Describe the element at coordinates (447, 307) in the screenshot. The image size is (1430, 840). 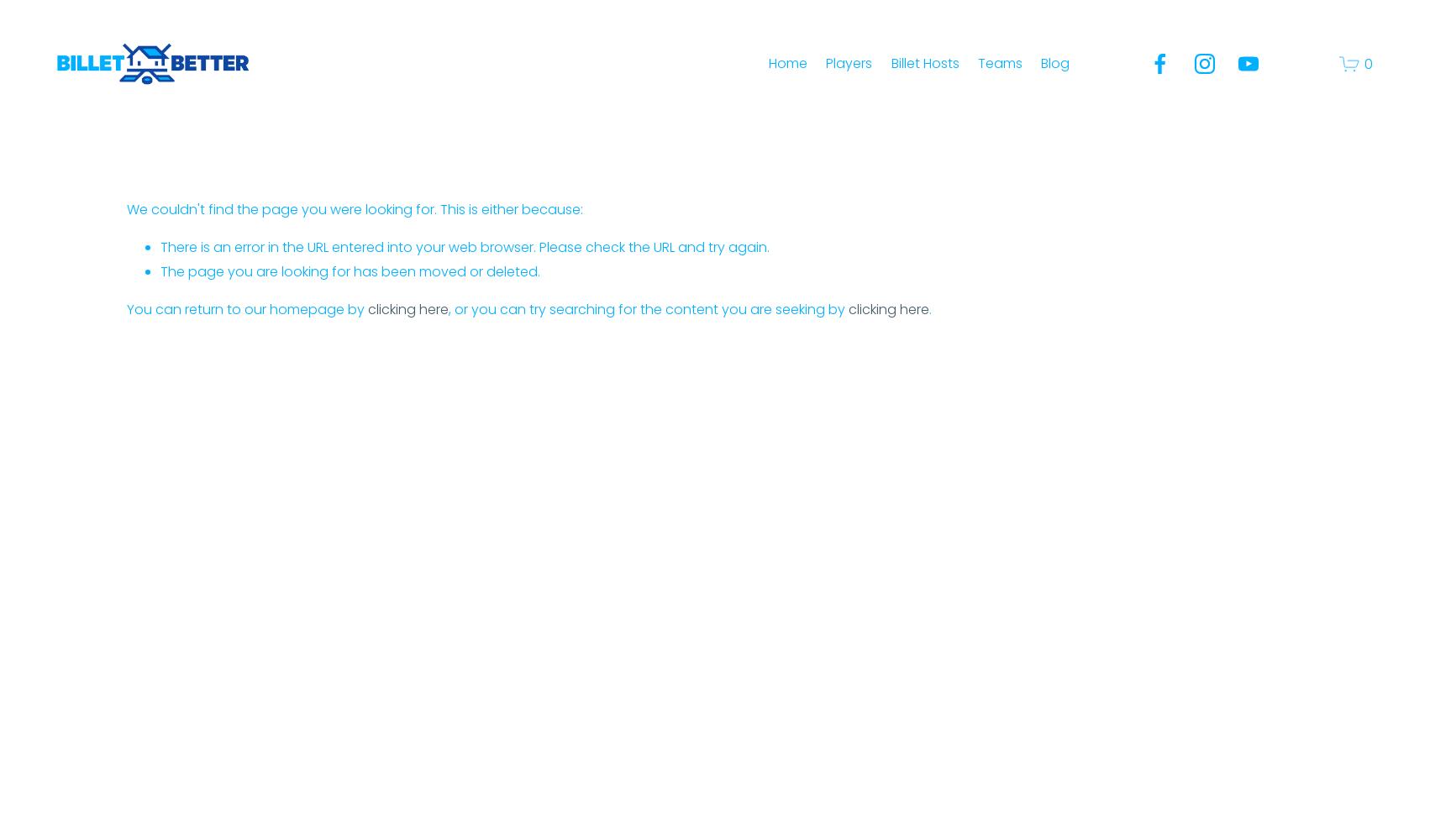
I see `', or you can try searching for the
  content you are seeking by'` at that location.